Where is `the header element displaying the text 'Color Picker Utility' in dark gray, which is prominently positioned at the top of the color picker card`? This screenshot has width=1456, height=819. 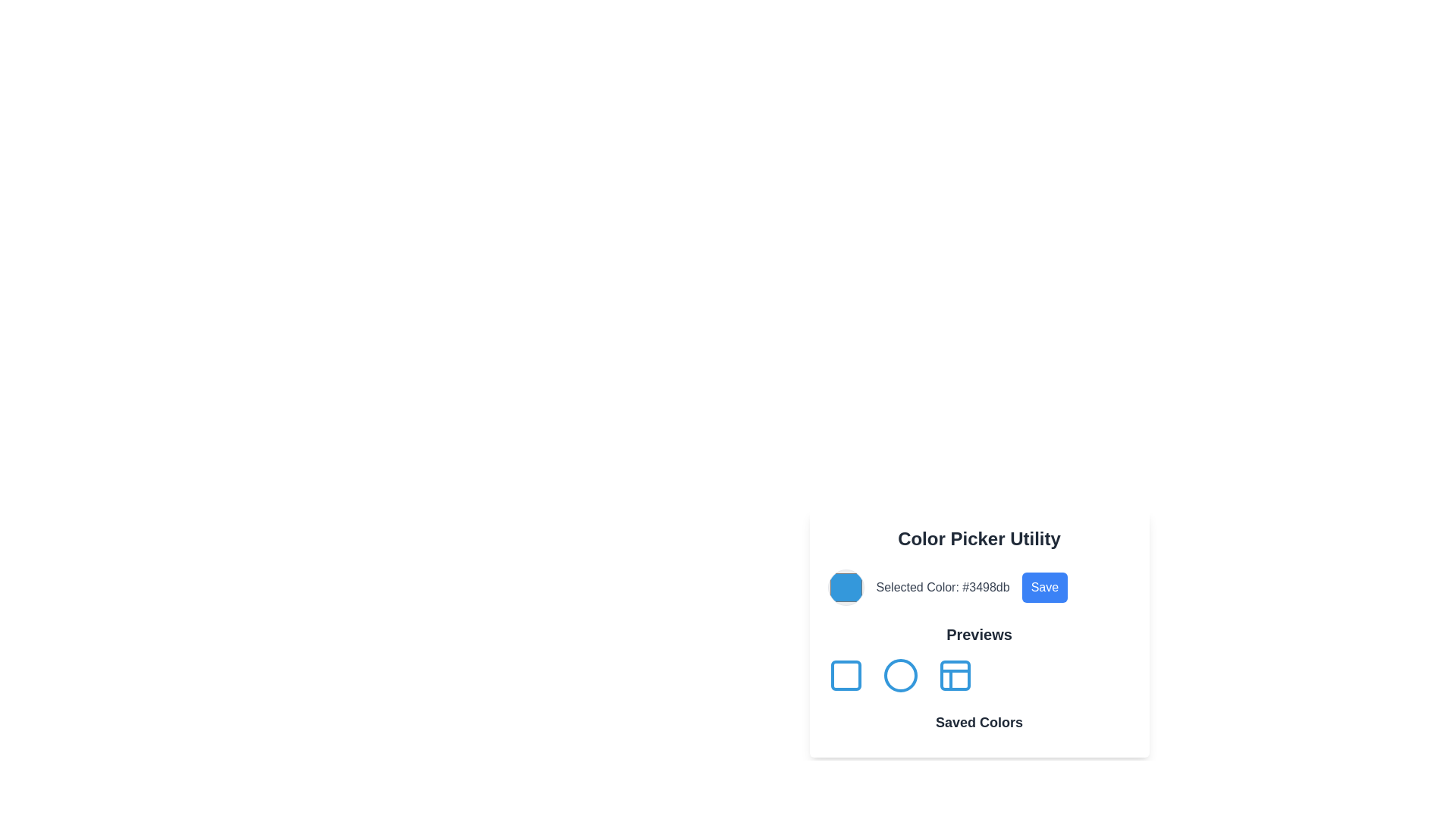
the header element displaying the text 'Color Picker Utility' in dark gray, which is prominently positioned at the top of the color picker card is located at coordinates (979, 538).